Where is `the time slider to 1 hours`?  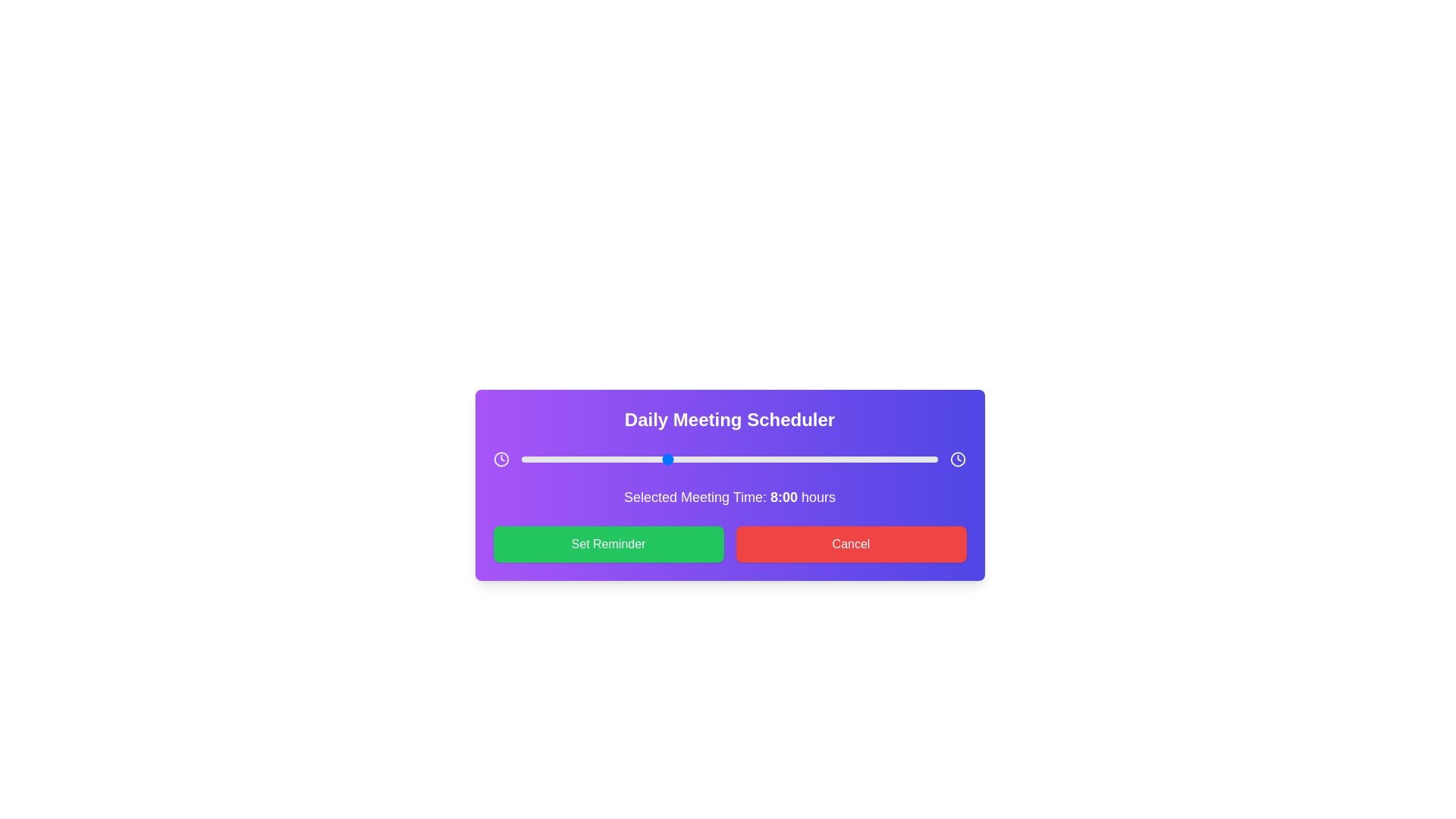 the time slider to 1 hours is located at coordinates (539, 458).